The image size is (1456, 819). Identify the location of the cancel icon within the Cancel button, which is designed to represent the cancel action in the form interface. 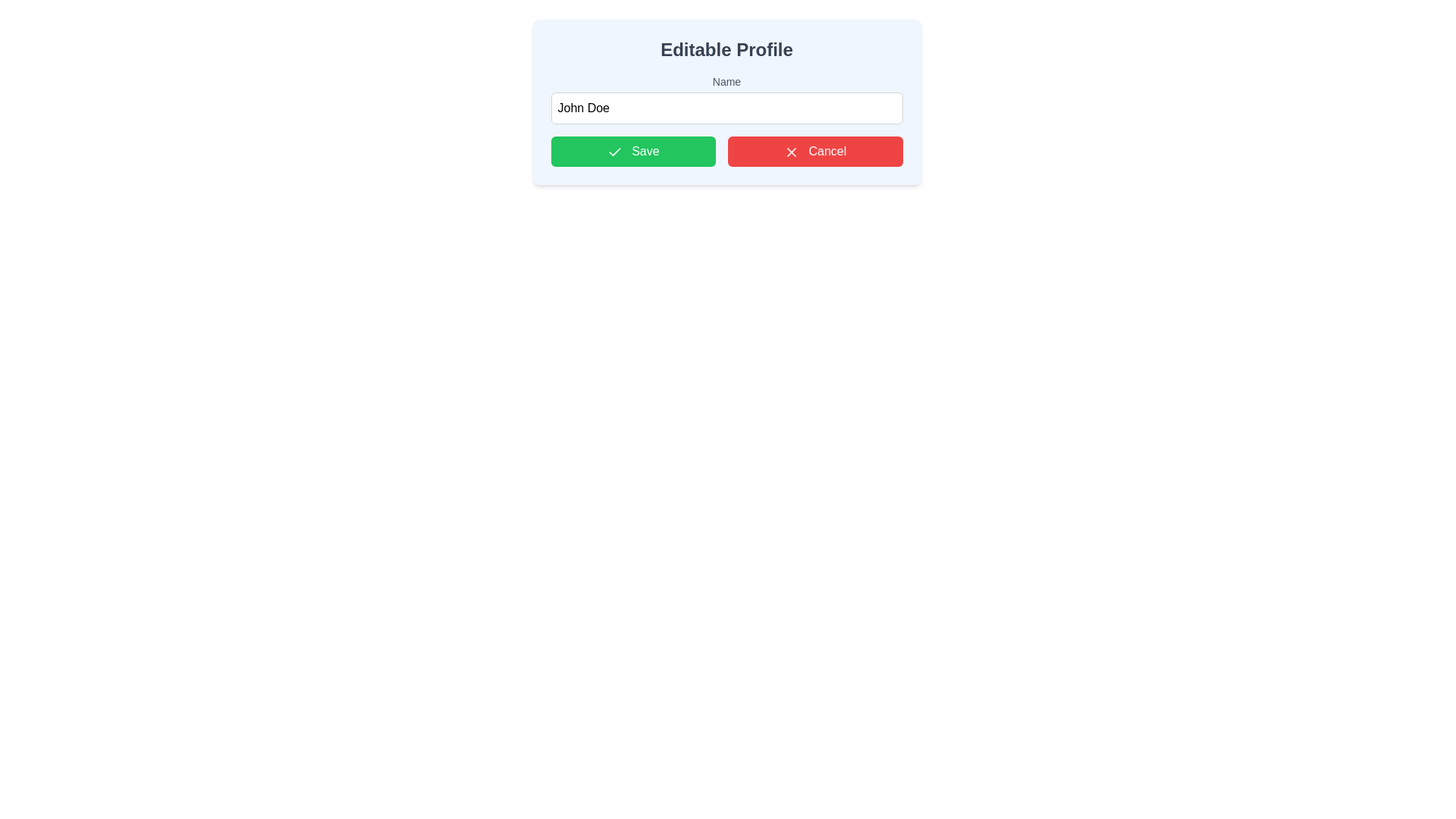
(791, 152).